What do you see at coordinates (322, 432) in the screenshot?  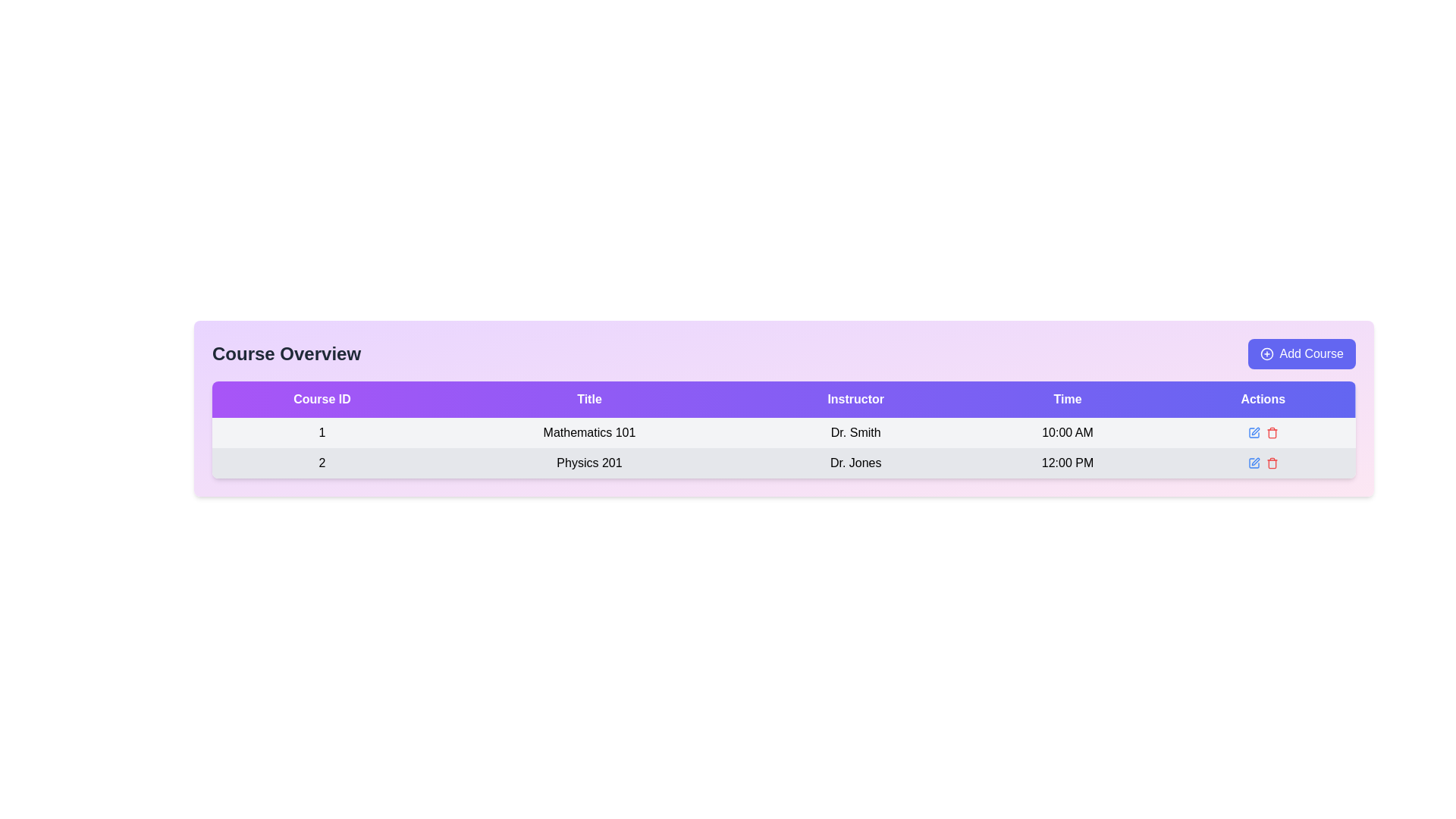 I see `the table cell displaying the number '1' in bold text, which is located in the first column of the header row under the 'Course ID' header` at bounding box center [322, 432].